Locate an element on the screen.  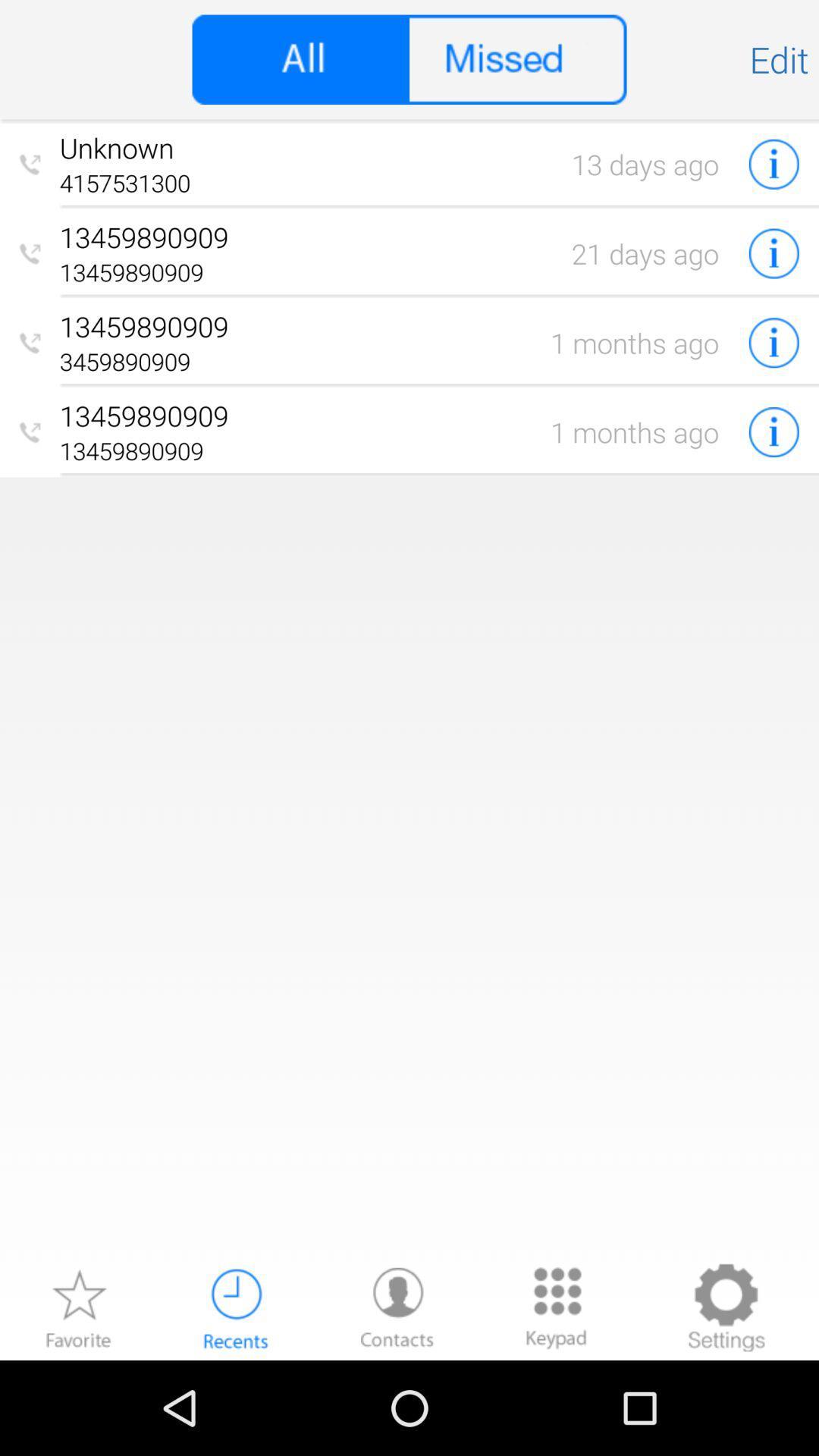
the time icon is located at coordinates (236, 1398).